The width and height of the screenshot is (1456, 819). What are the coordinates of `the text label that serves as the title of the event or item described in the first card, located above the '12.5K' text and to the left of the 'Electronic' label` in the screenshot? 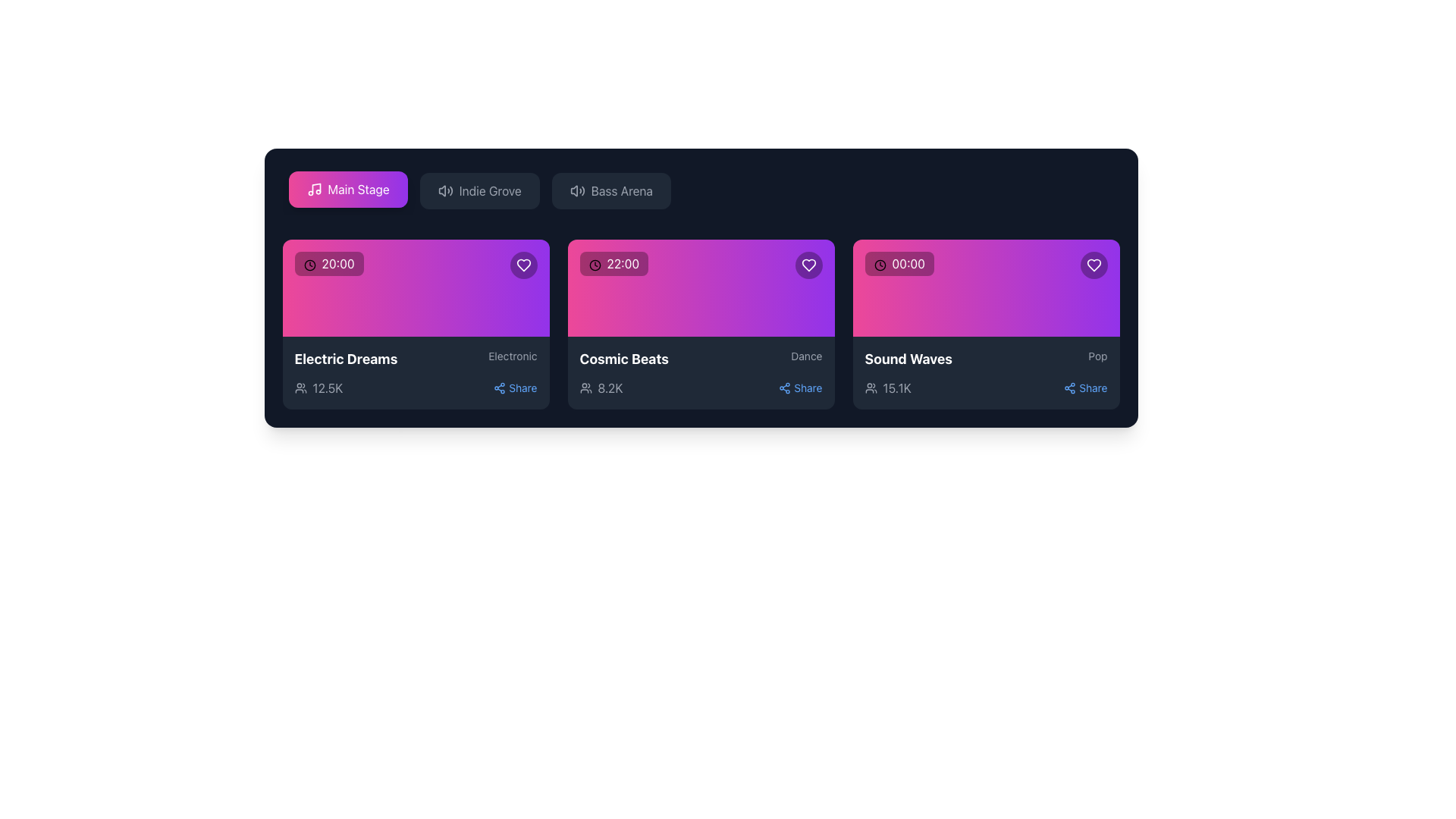 It's located at (345, 359).